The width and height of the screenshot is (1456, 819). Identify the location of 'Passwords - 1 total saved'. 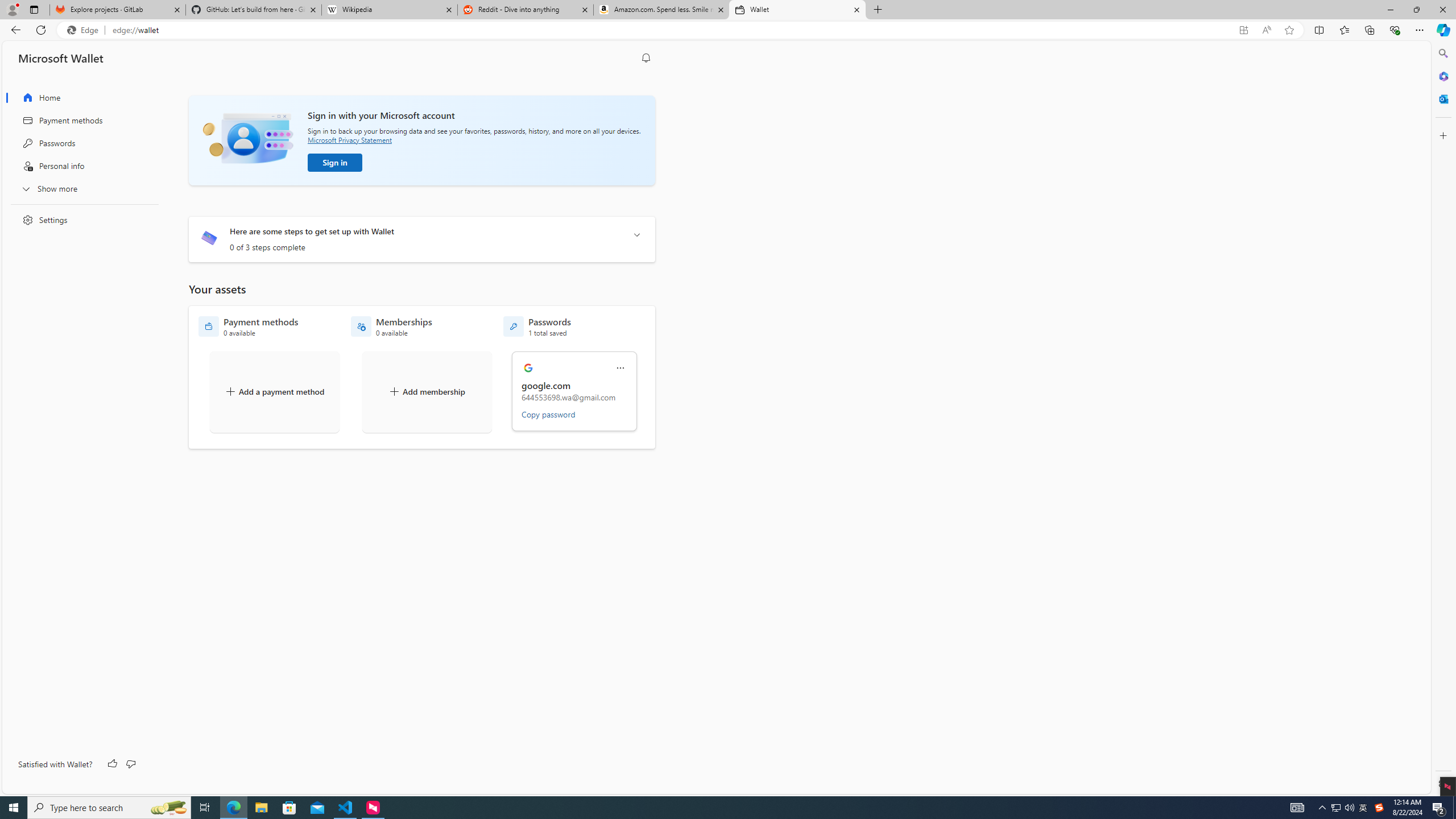
(536, 326).